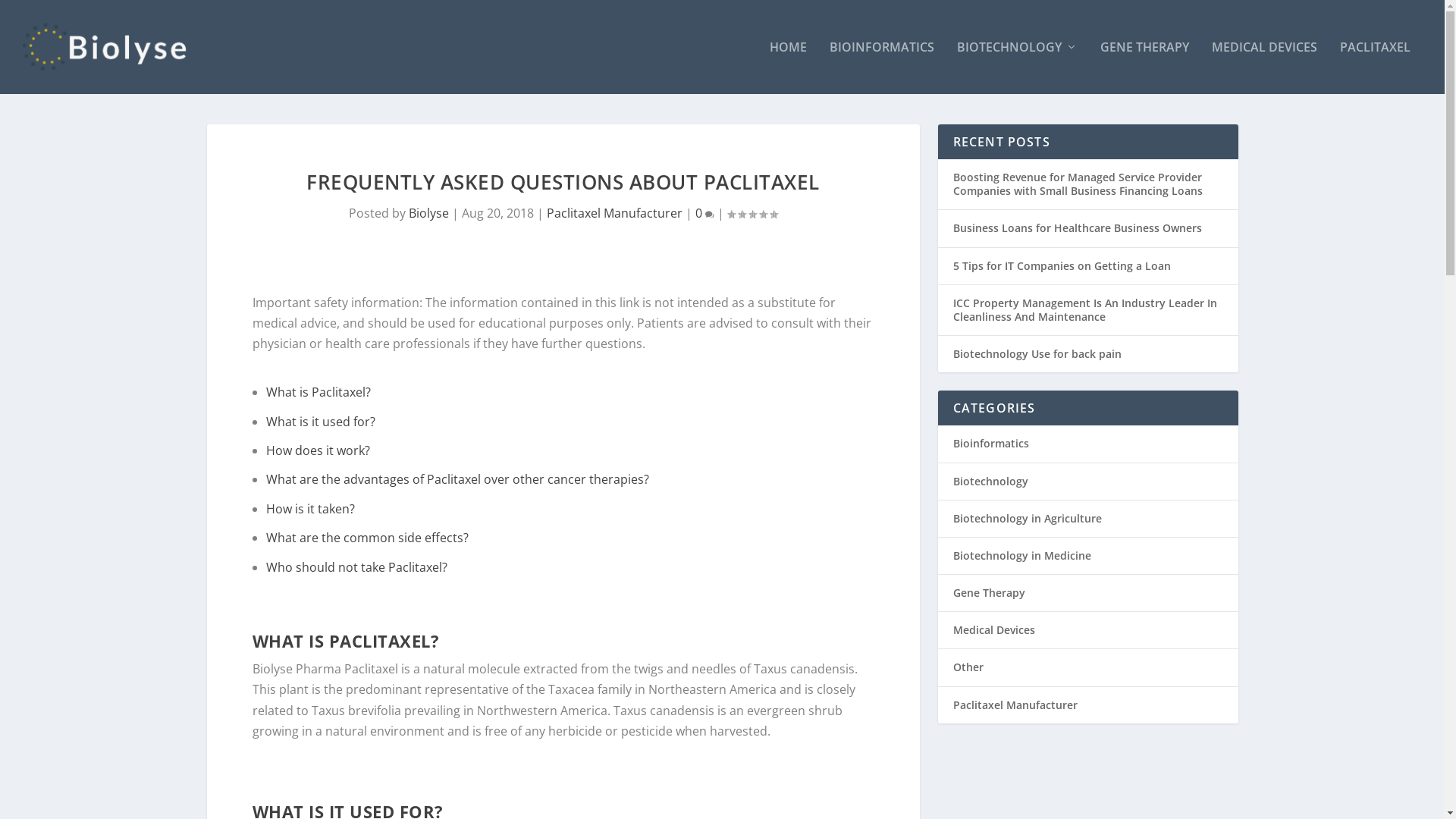 This screenshot has height=819, width=1456. I want to click on 'How does it work?', so click(317, 450).